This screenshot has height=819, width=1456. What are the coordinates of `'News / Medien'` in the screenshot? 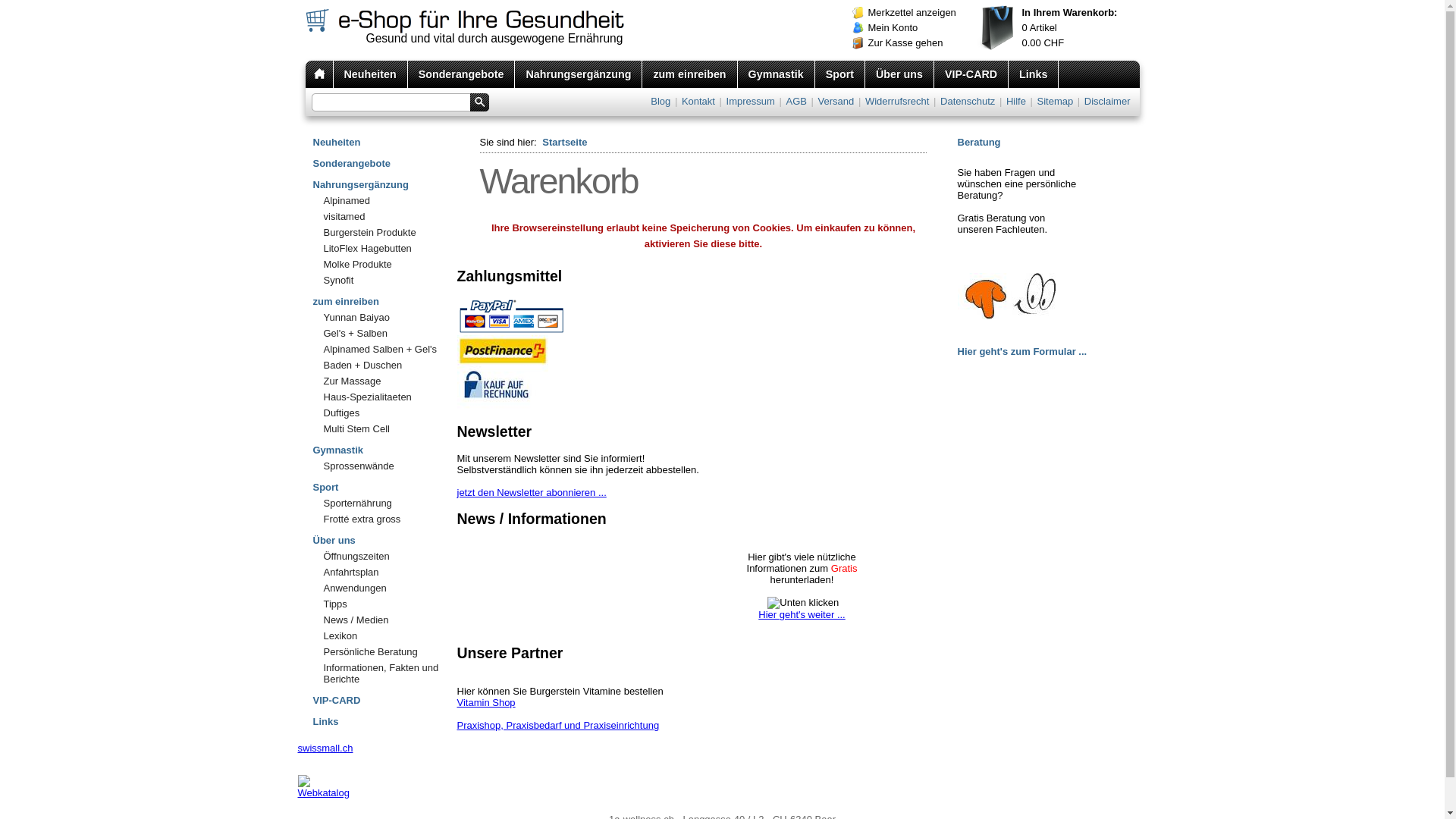 It's located at (312, 620).